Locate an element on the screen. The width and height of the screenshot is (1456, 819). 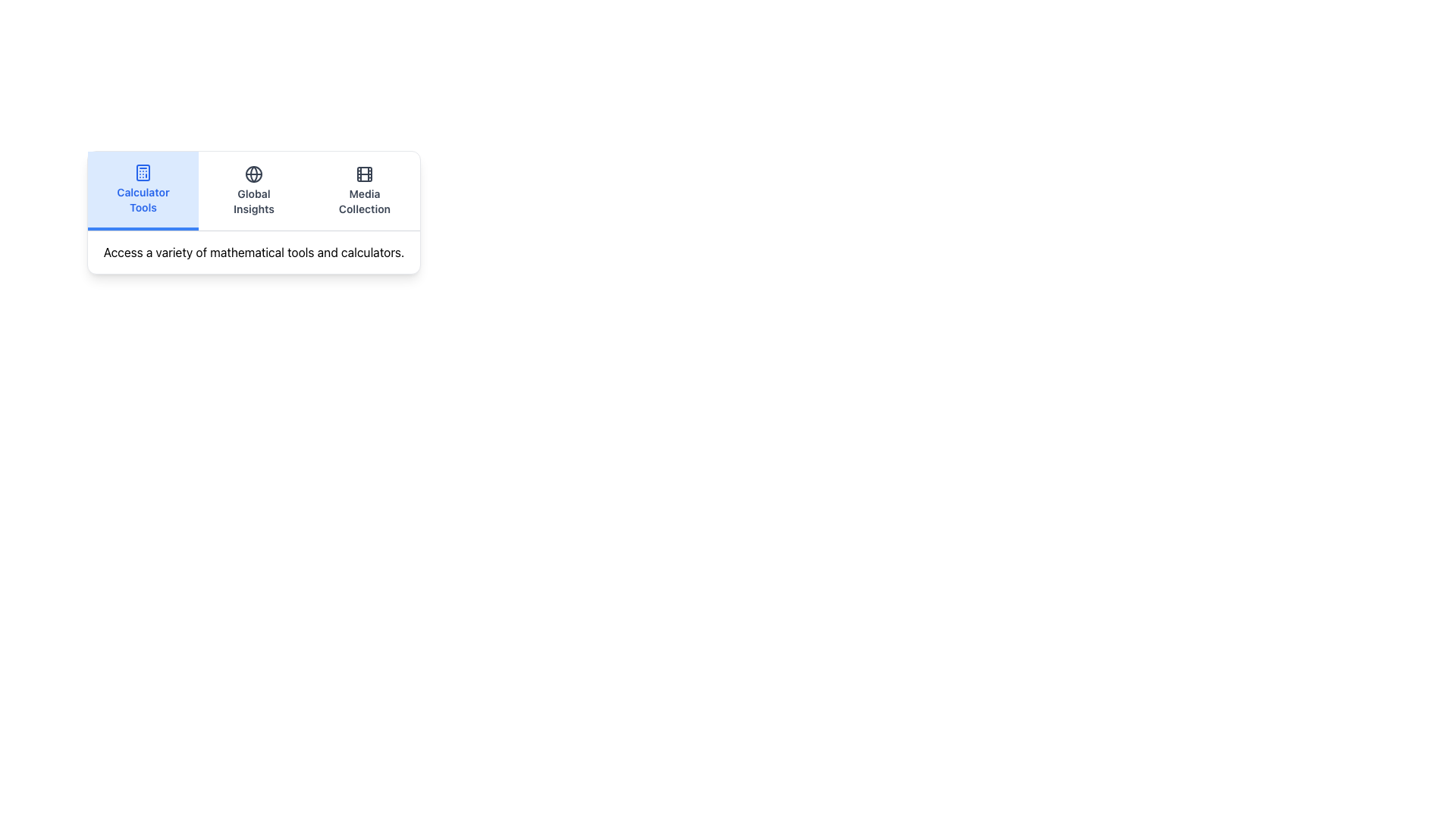
the navigation button for 'Global Insights' to change its background color is located at coordinates (254, 190).